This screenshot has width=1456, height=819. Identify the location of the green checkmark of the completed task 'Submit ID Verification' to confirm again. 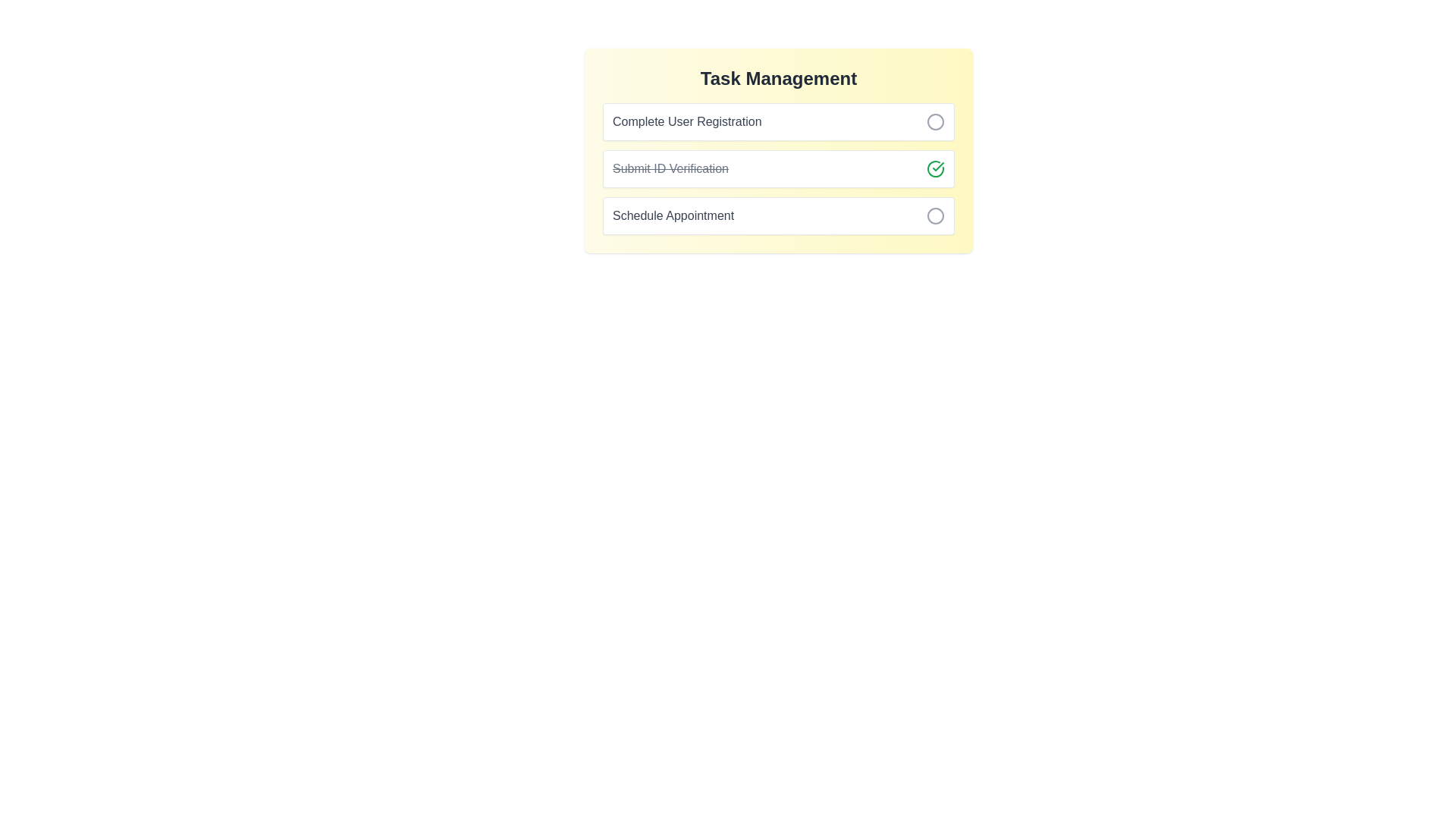
(779, 169).